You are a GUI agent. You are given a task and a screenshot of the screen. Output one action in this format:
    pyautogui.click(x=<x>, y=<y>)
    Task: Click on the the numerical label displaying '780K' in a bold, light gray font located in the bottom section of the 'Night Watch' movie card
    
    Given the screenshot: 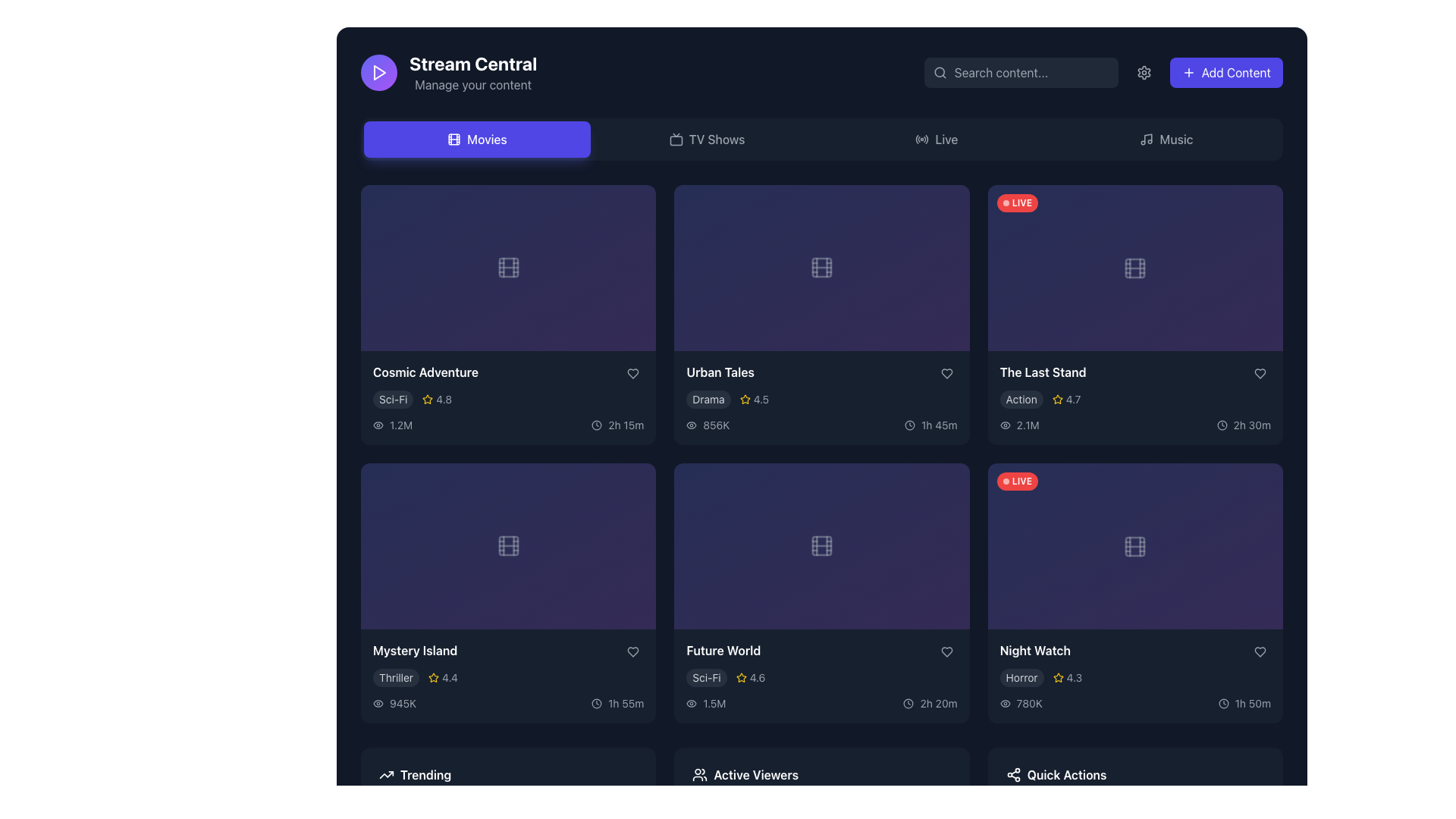 What is the action you would take?
    pyautogui.click(x=1029, y=704)
    